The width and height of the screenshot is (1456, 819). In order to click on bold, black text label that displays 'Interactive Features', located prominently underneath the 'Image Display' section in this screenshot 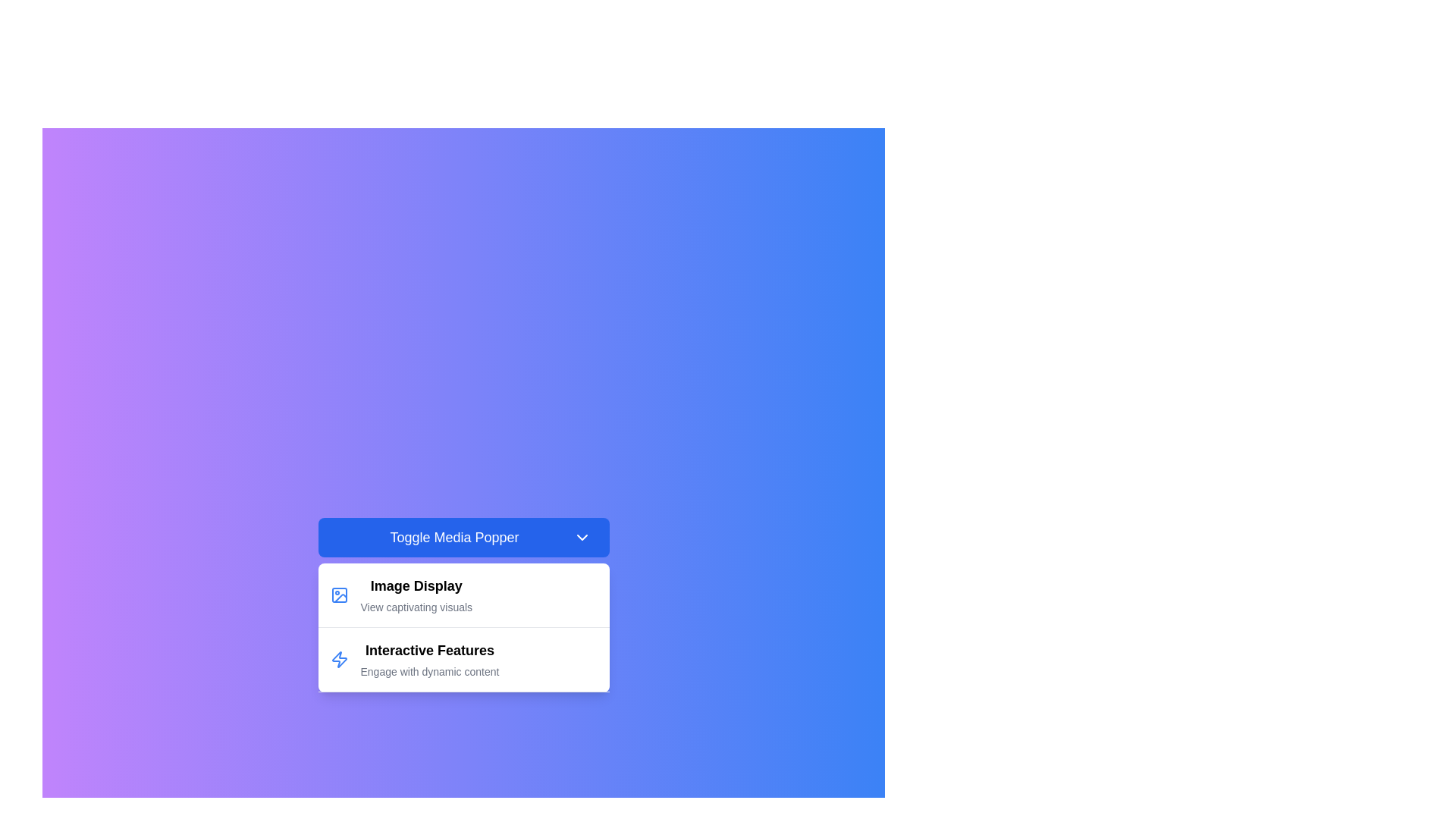, I will do `click(428, 649)`.